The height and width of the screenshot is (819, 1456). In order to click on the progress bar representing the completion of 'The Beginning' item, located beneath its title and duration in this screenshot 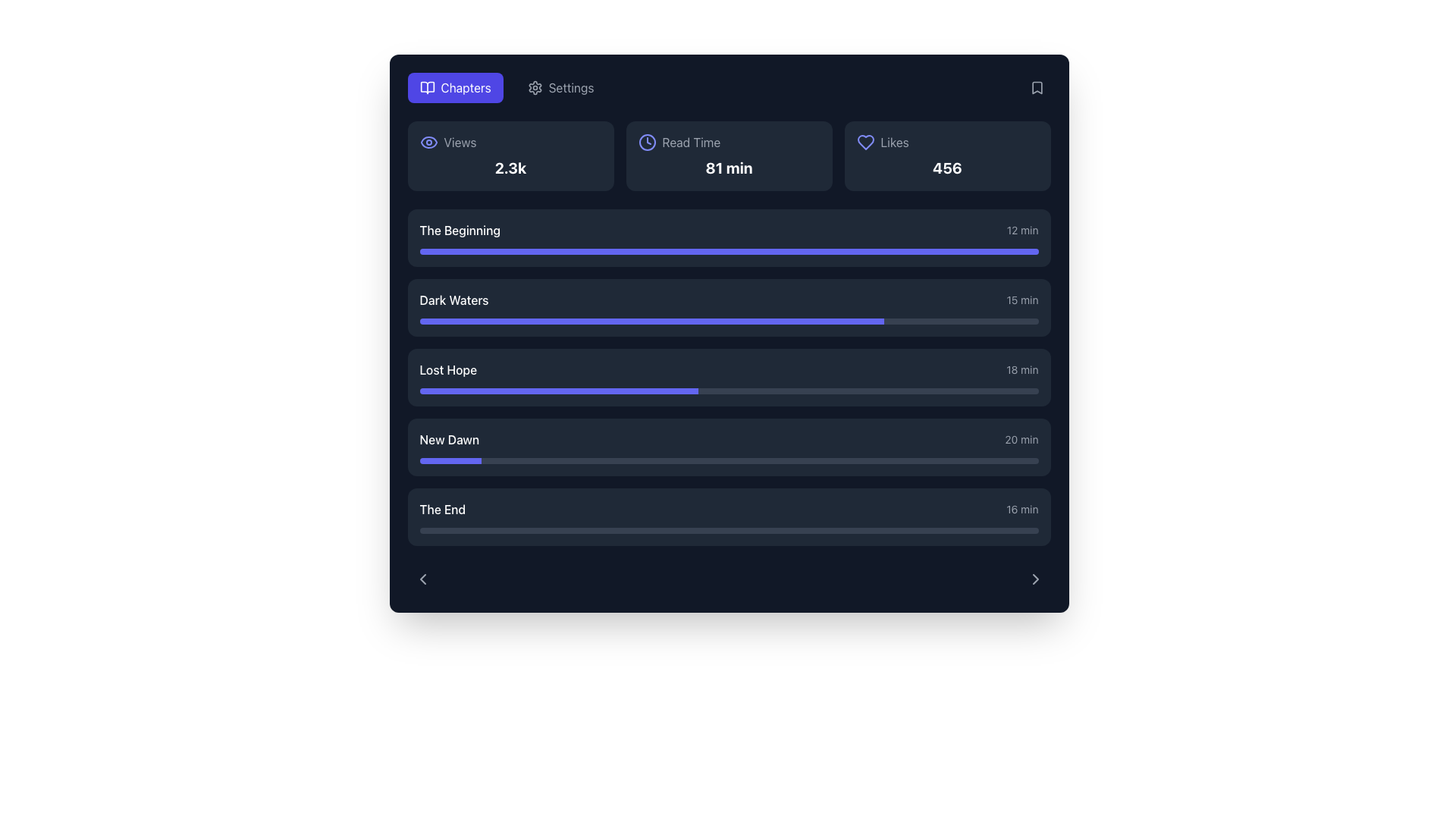, I will do `click(729, 250)`.